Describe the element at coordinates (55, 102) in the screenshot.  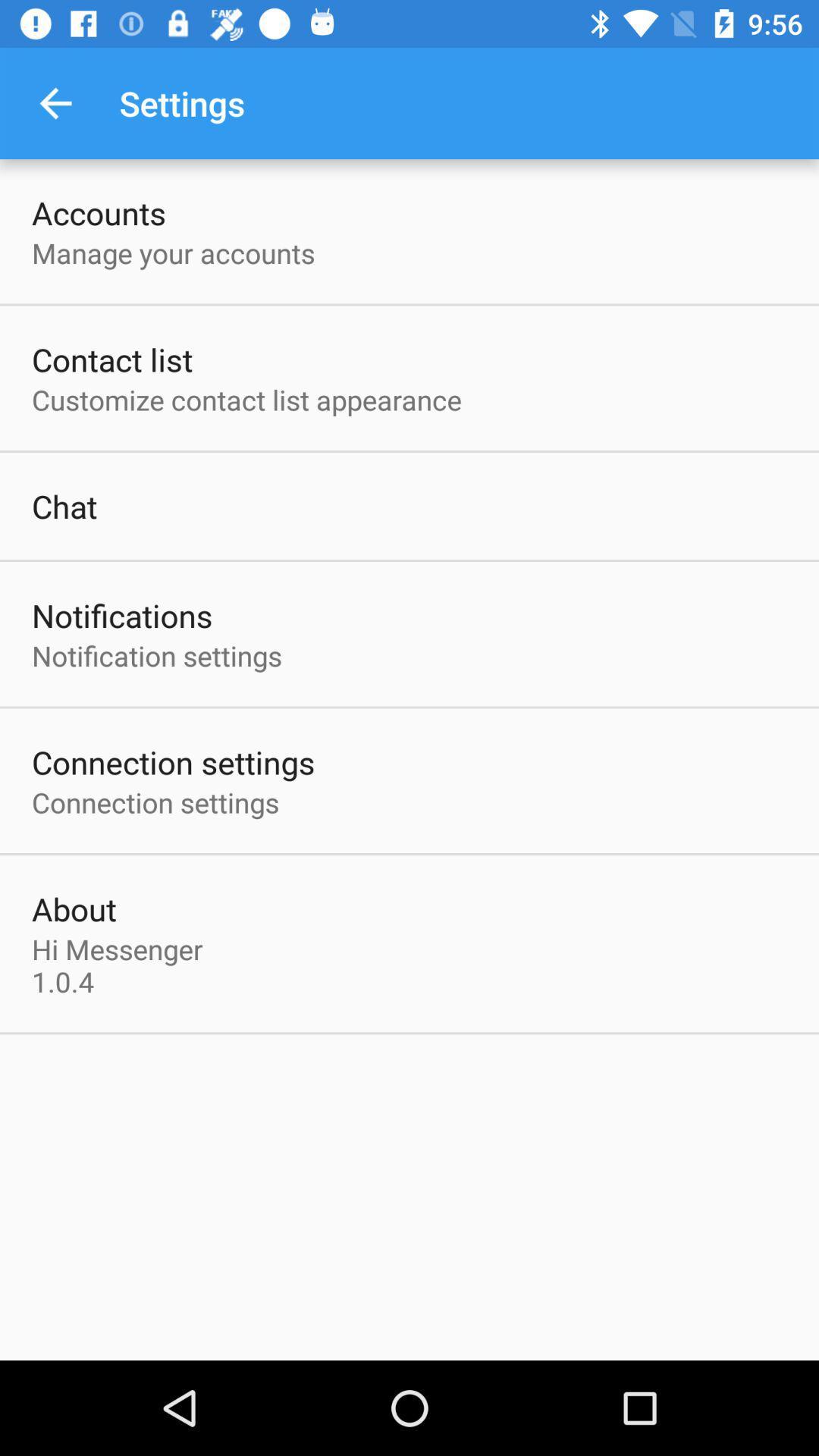
I see `the icon next to settings item` at that location.